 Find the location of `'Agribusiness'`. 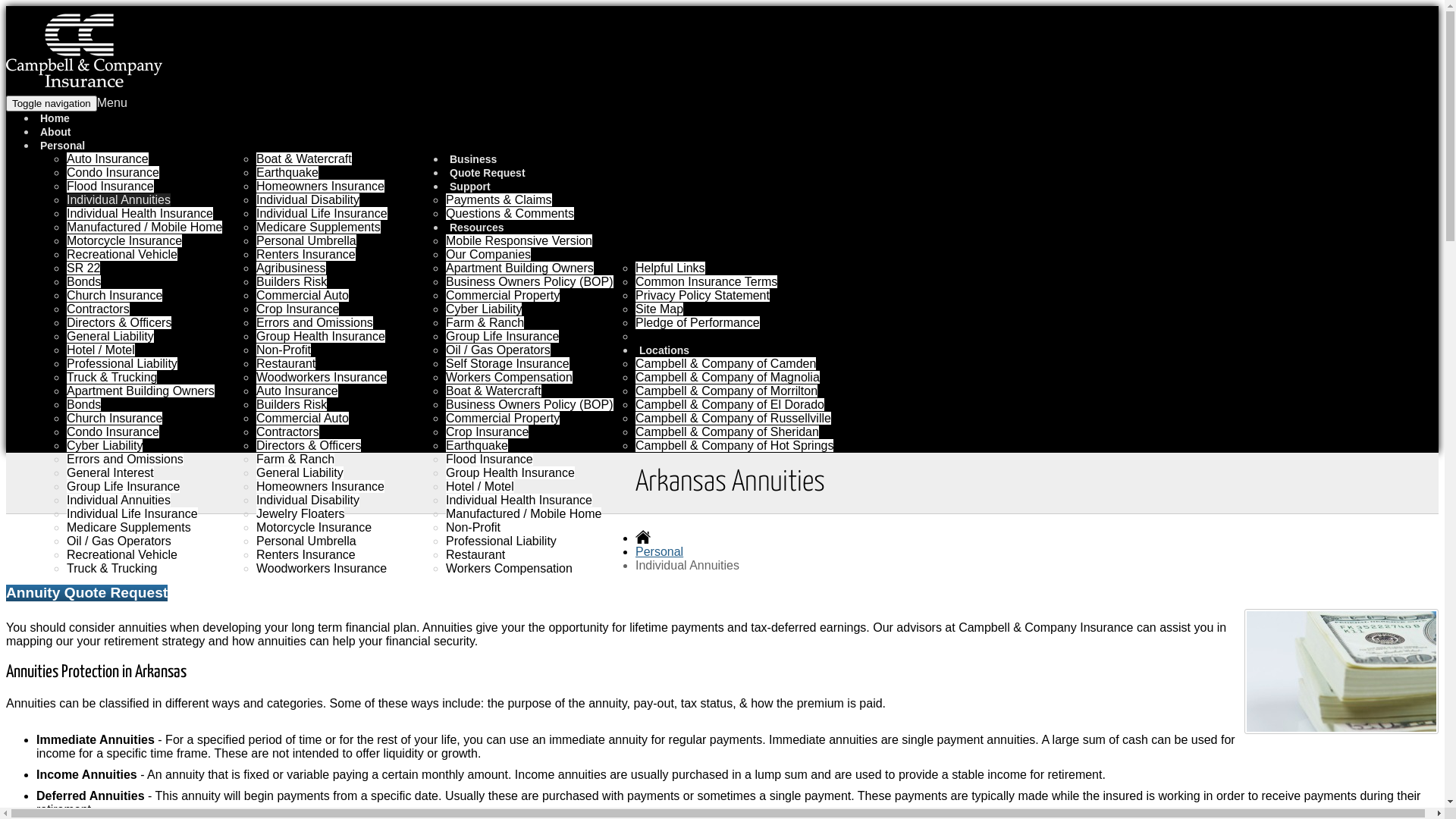

'Agribusiness' is located at coordinates (291, 267).